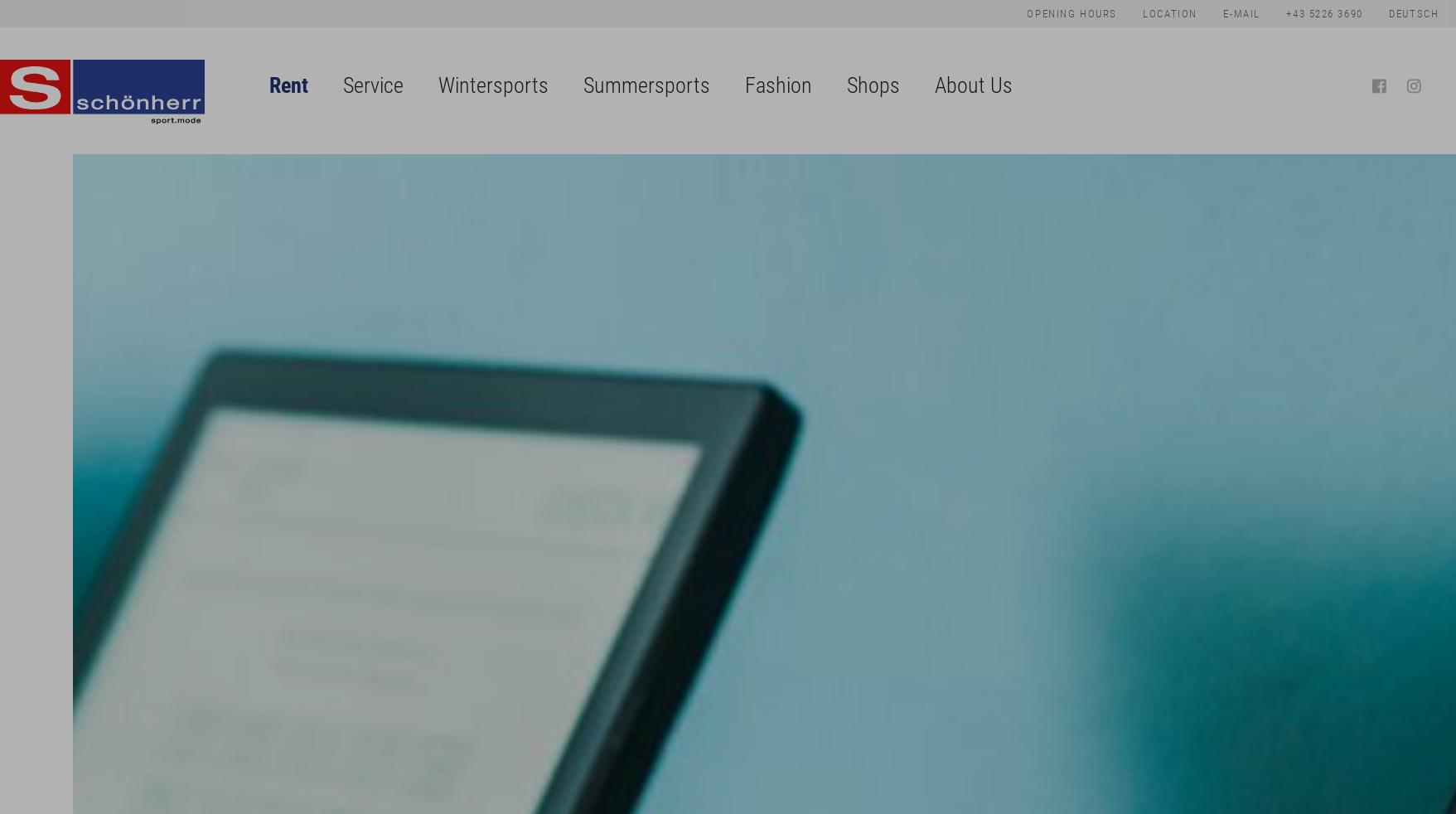 Image resolution: width=1456 pixels, height=814 pixels. I want to click on 'Bike Hire', so click(288, 195).